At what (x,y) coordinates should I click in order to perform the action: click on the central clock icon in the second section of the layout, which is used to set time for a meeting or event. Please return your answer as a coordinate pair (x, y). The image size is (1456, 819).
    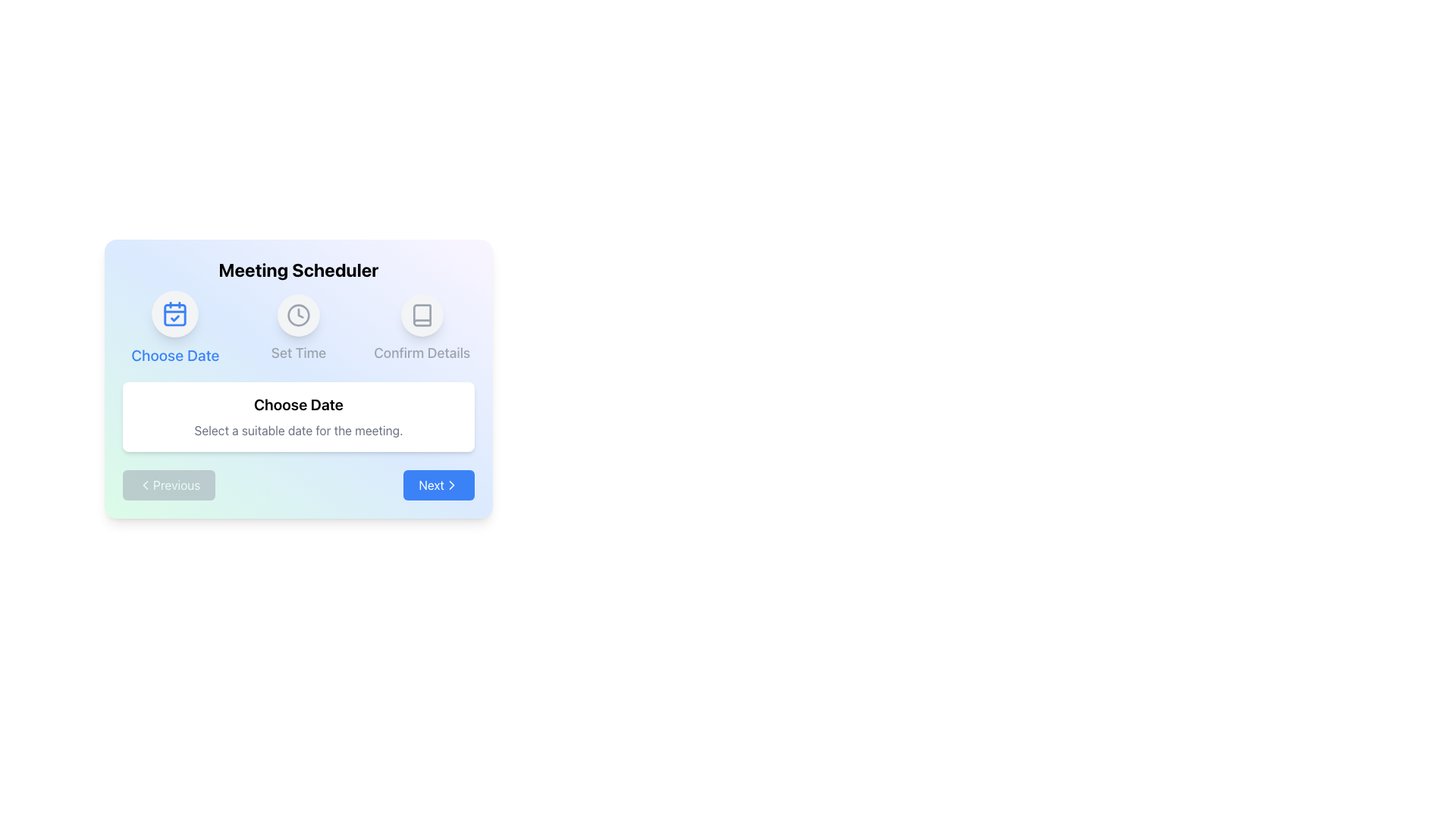
    Looking at the image, I should click on (298, 315).